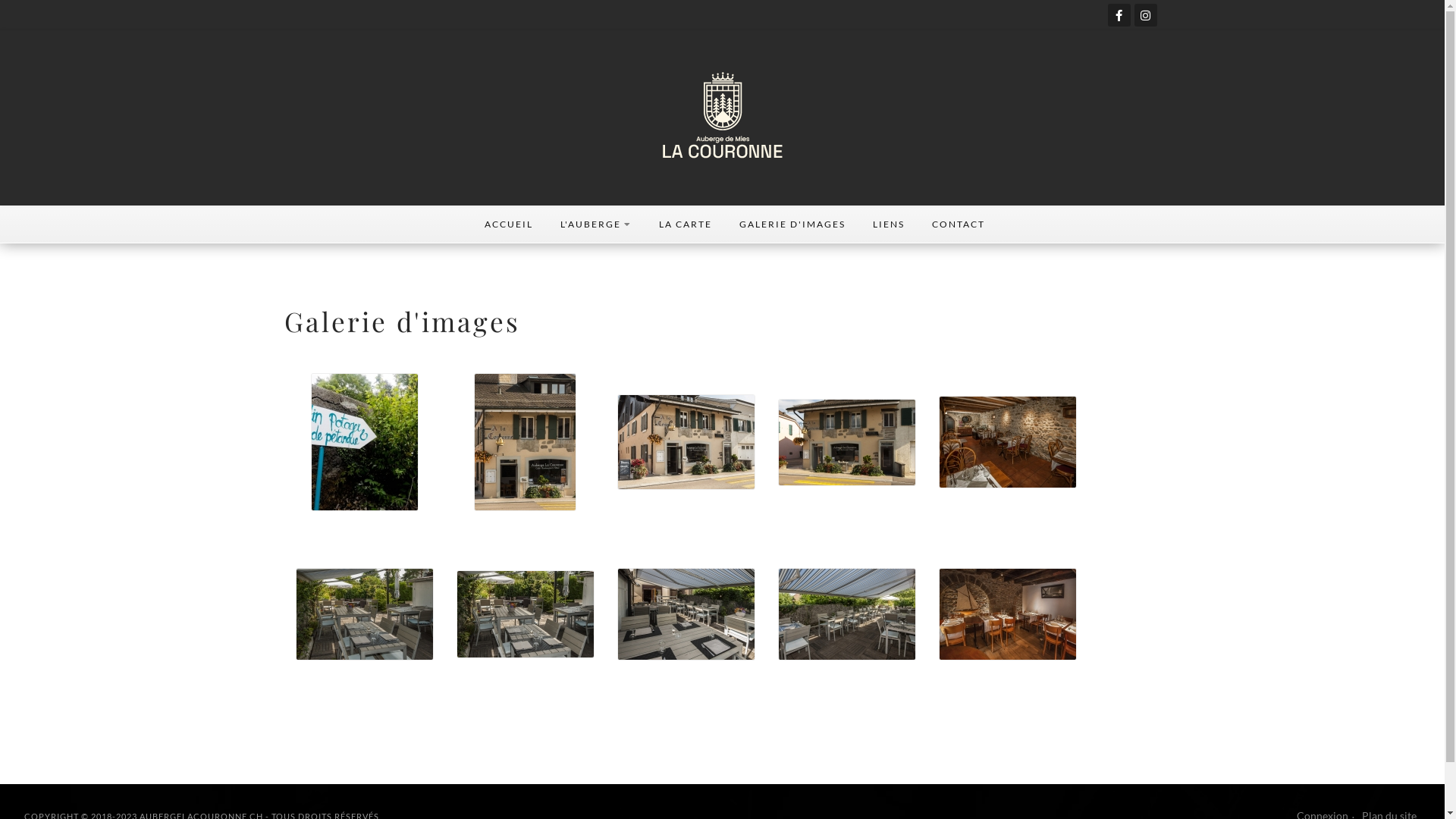  Describe the element at coordinates (1106, 14) in the screenshot. I see `'Facebook'` at that location.